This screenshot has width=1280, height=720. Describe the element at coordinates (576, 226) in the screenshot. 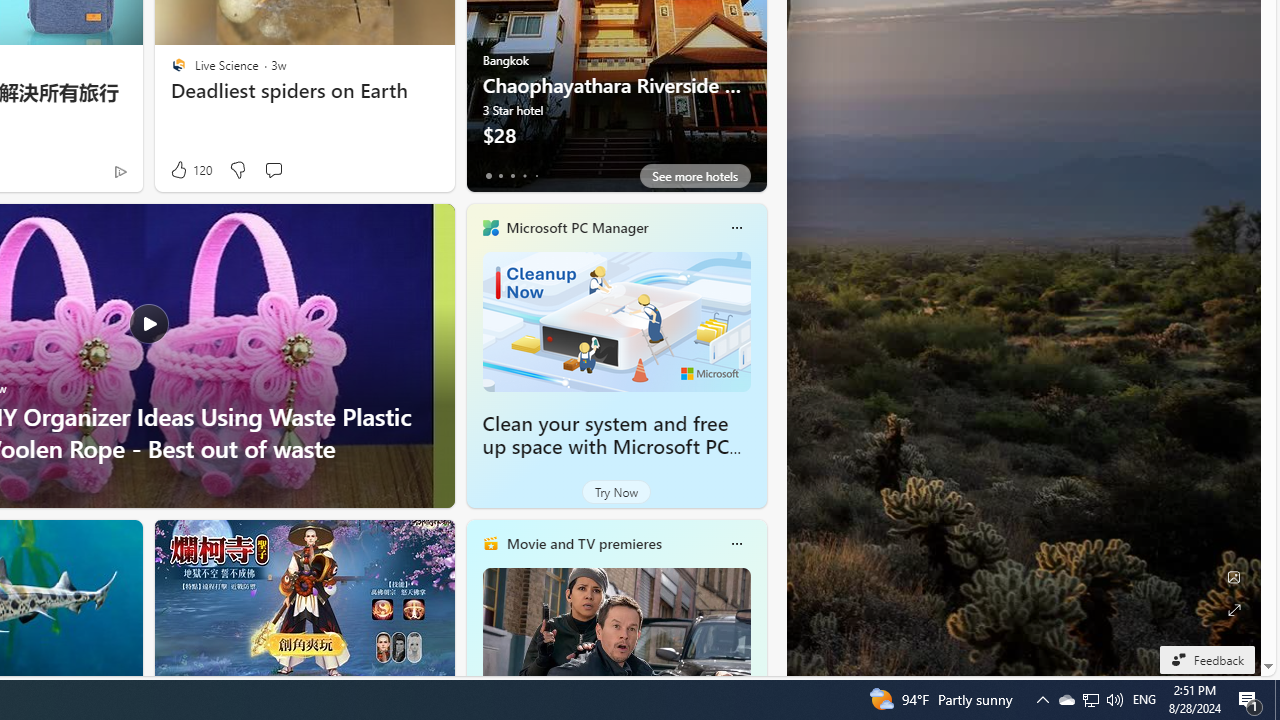

I see `'Microsoft PC Manager'` at that location.